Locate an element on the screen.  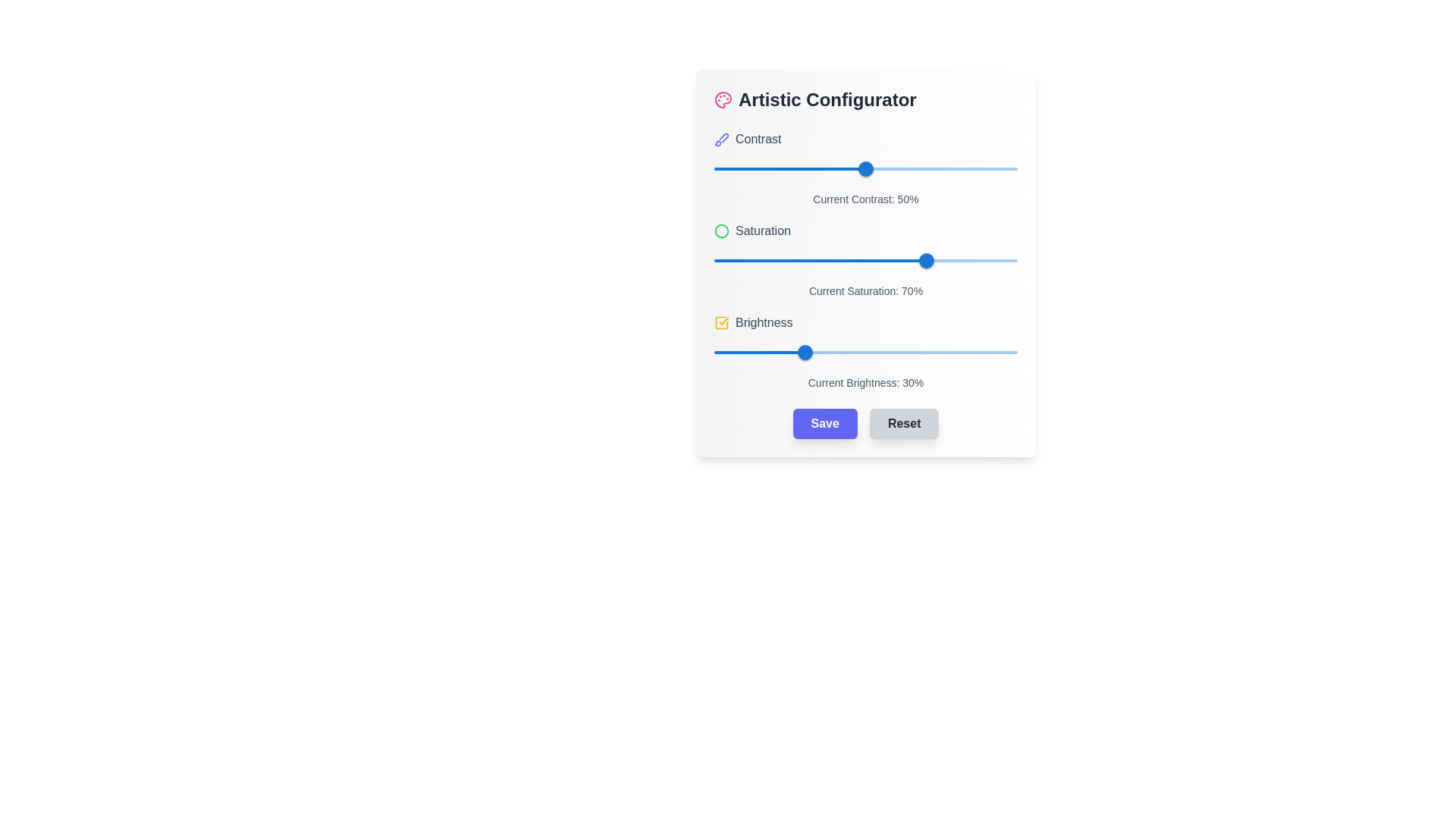
the brightness level is located at coordinates (993, 353).